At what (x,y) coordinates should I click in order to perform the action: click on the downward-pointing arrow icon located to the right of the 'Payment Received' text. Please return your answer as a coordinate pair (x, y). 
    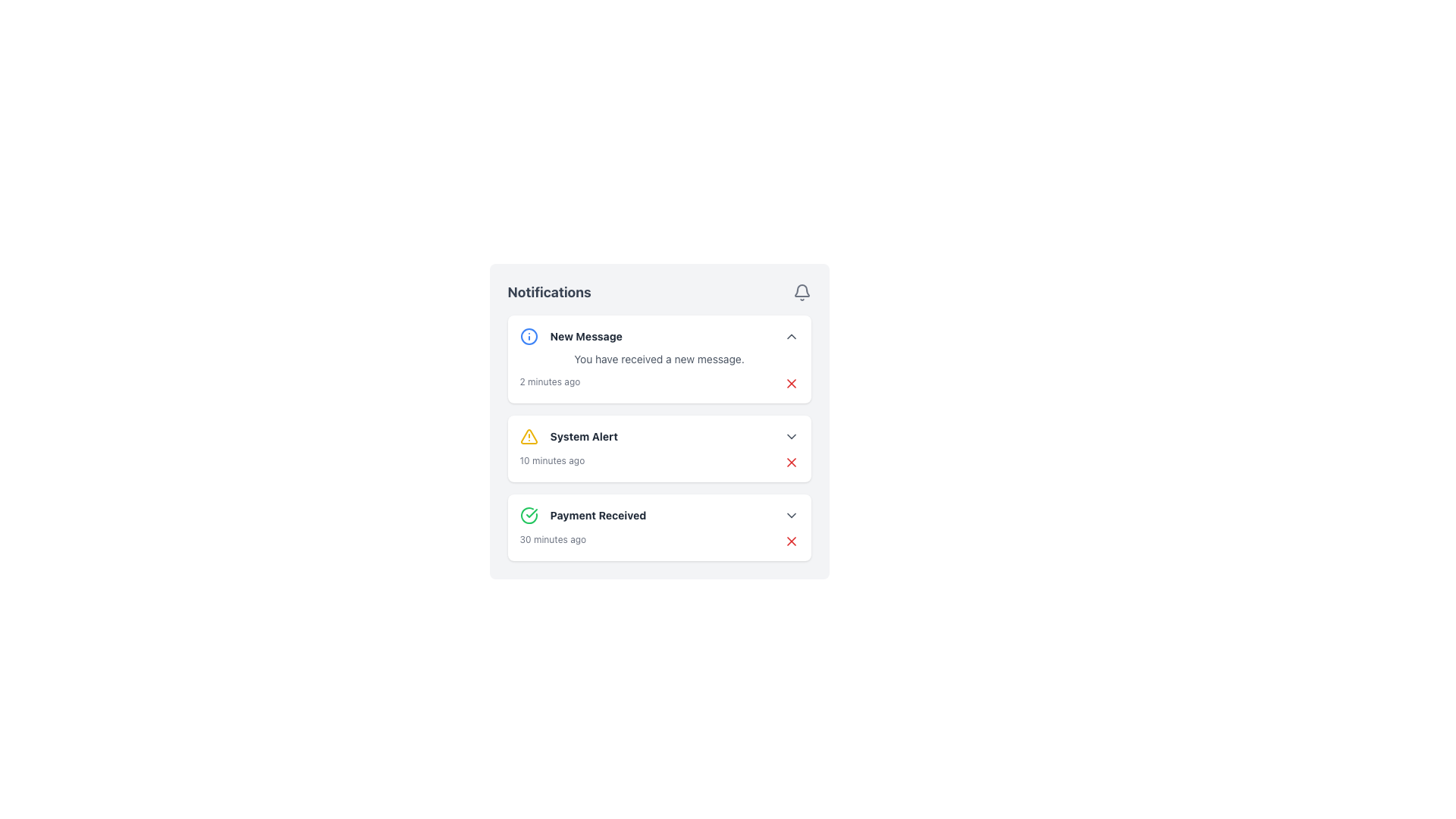
    Looking at the image, I should click on (790, 514).